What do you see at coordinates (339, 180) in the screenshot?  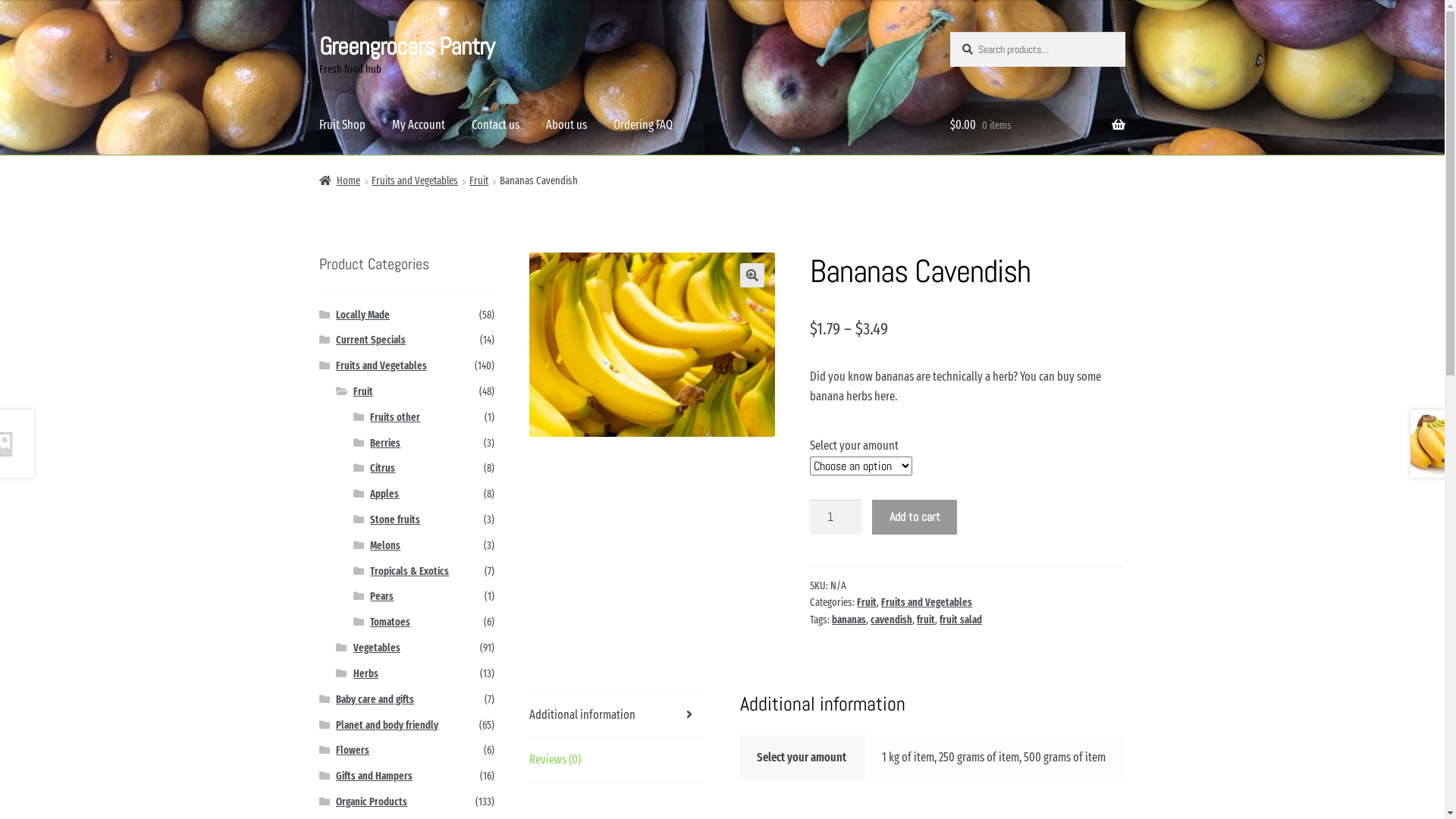 I see `'Home'` at bounding box center [339, 180].